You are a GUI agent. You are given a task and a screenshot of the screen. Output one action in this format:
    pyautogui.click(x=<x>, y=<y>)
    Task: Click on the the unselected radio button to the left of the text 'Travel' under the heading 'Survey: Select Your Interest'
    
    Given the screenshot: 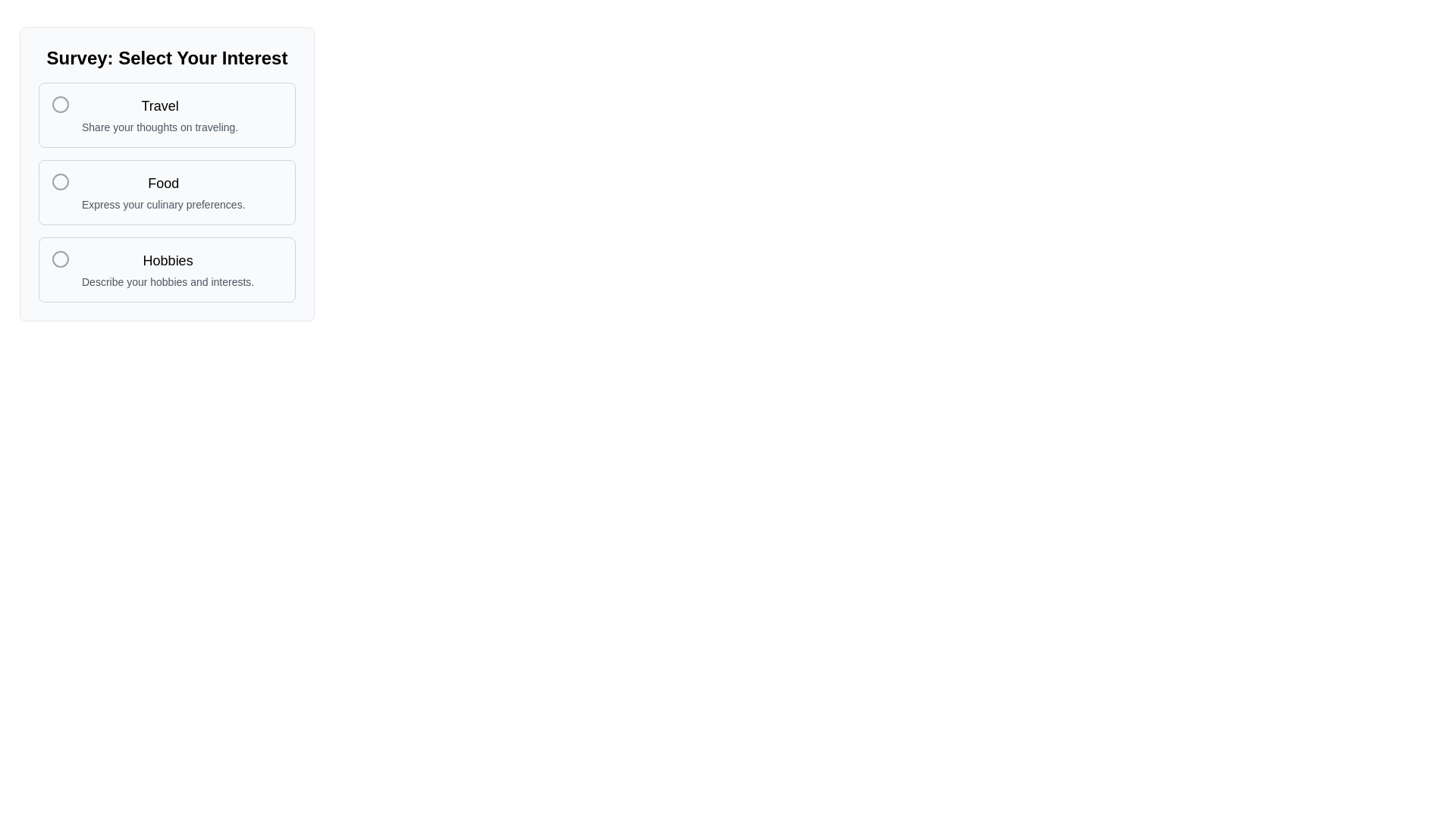 What is the action you would take?
    pyautogui.click(x=61, y=104)
    